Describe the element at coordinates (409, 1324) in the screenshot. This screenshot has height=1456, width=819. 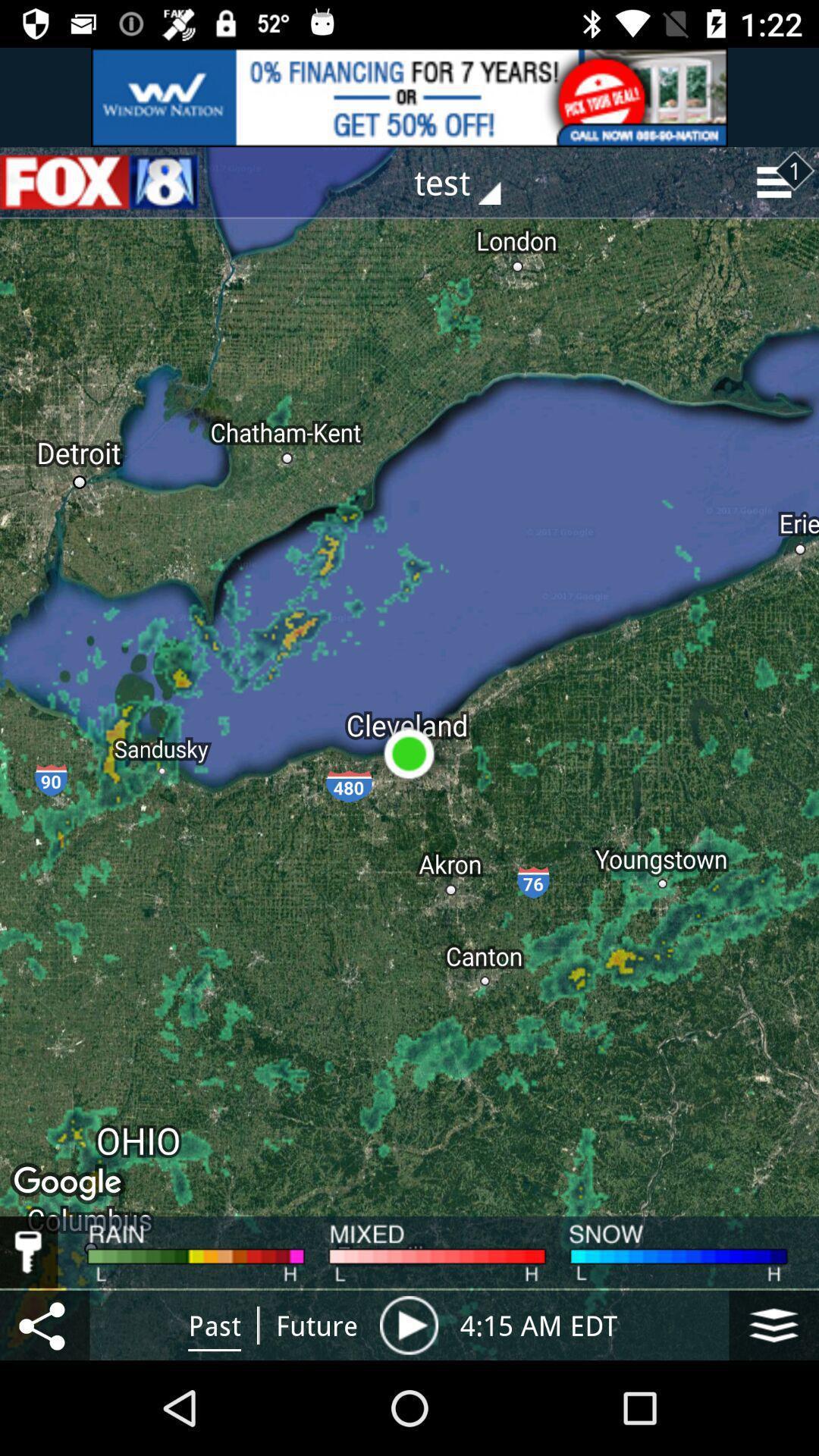
I see `pause` at that location.